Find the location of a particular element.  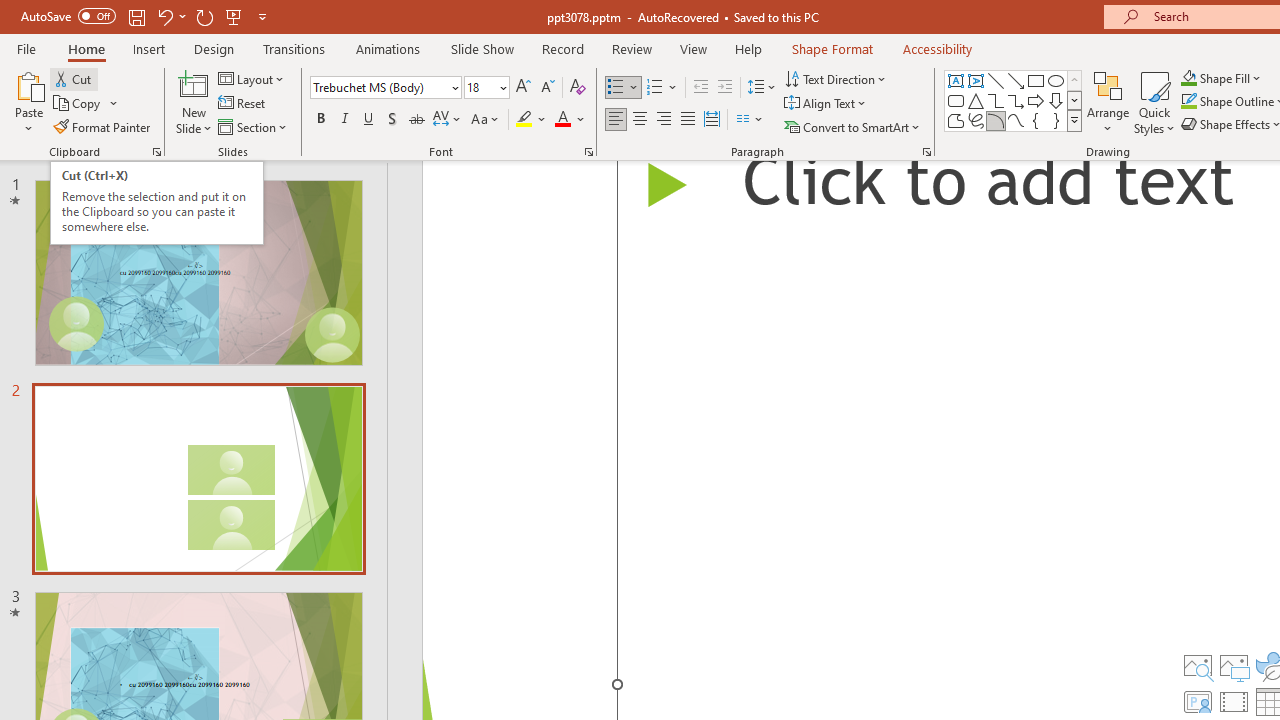

'Shape Format' is located at coordinates (832, 48).